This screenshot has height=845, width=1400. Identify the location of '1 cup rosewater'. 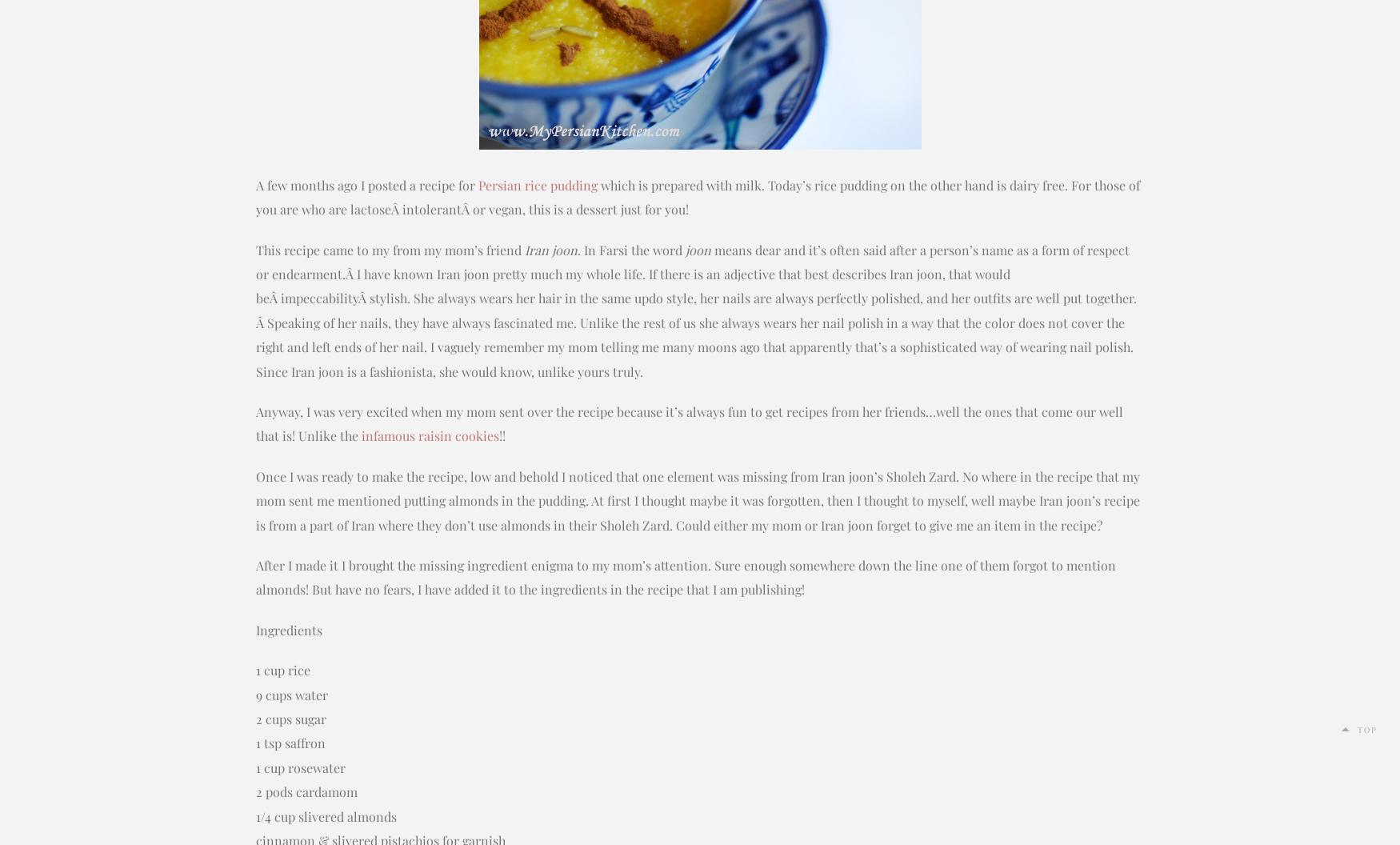
(300, 767).